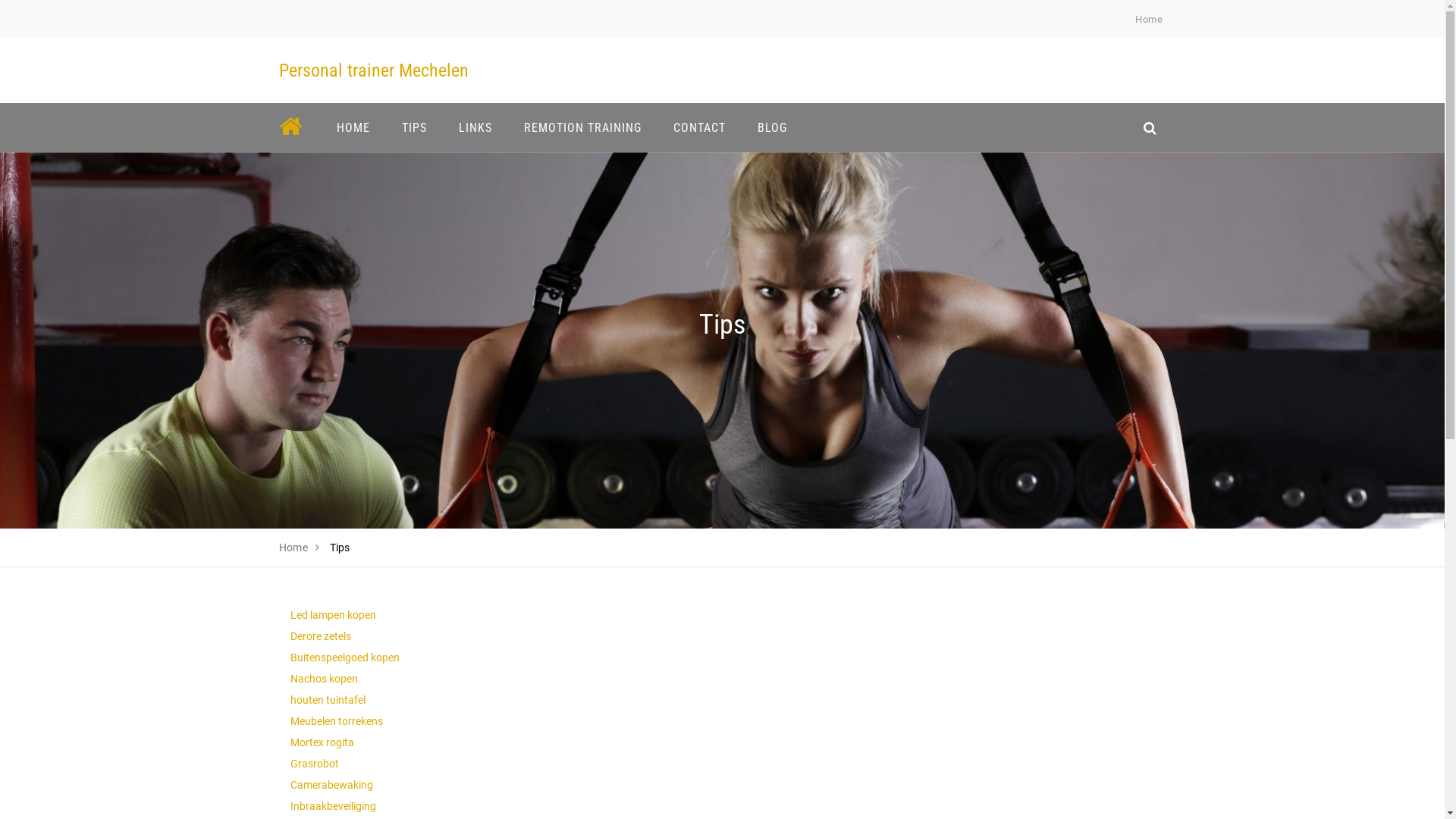  I want to click on 'Camerabewaking', so click(290, 784).